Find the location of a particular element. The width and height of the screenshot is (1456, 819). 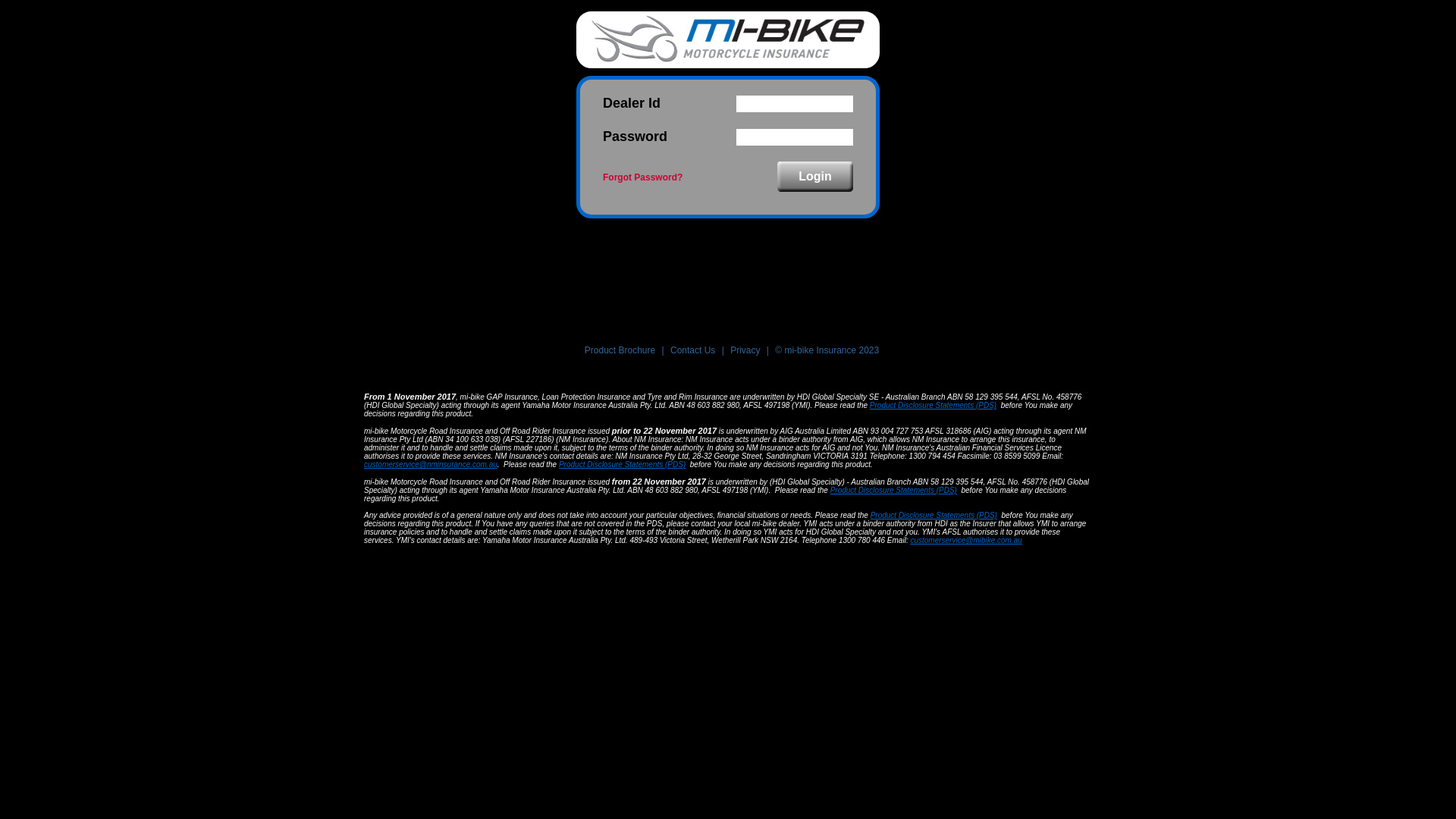

'customerservice@mibike.com.au' is located at coordinates (965, 539).